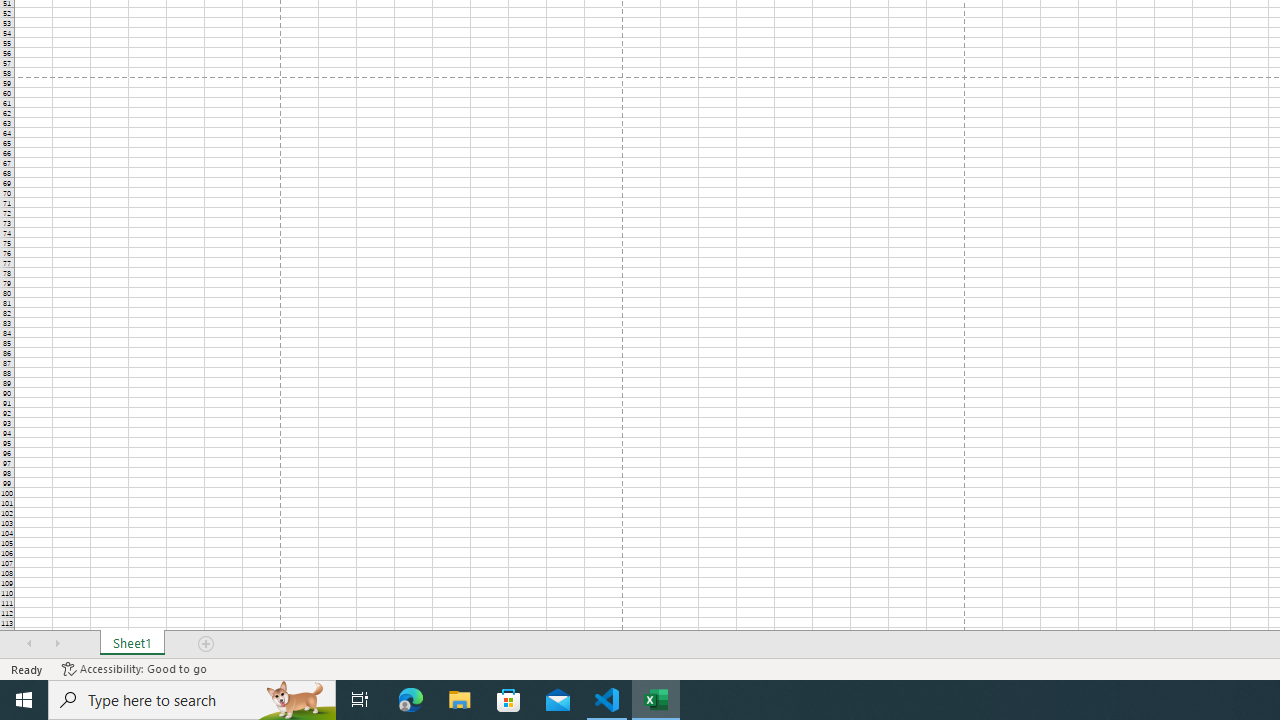 The width and height of the screenshot is (1280, 720). Describe the element at coordinates (57, 644) in the screenshot. I see `'Scroll Right'` at that location.